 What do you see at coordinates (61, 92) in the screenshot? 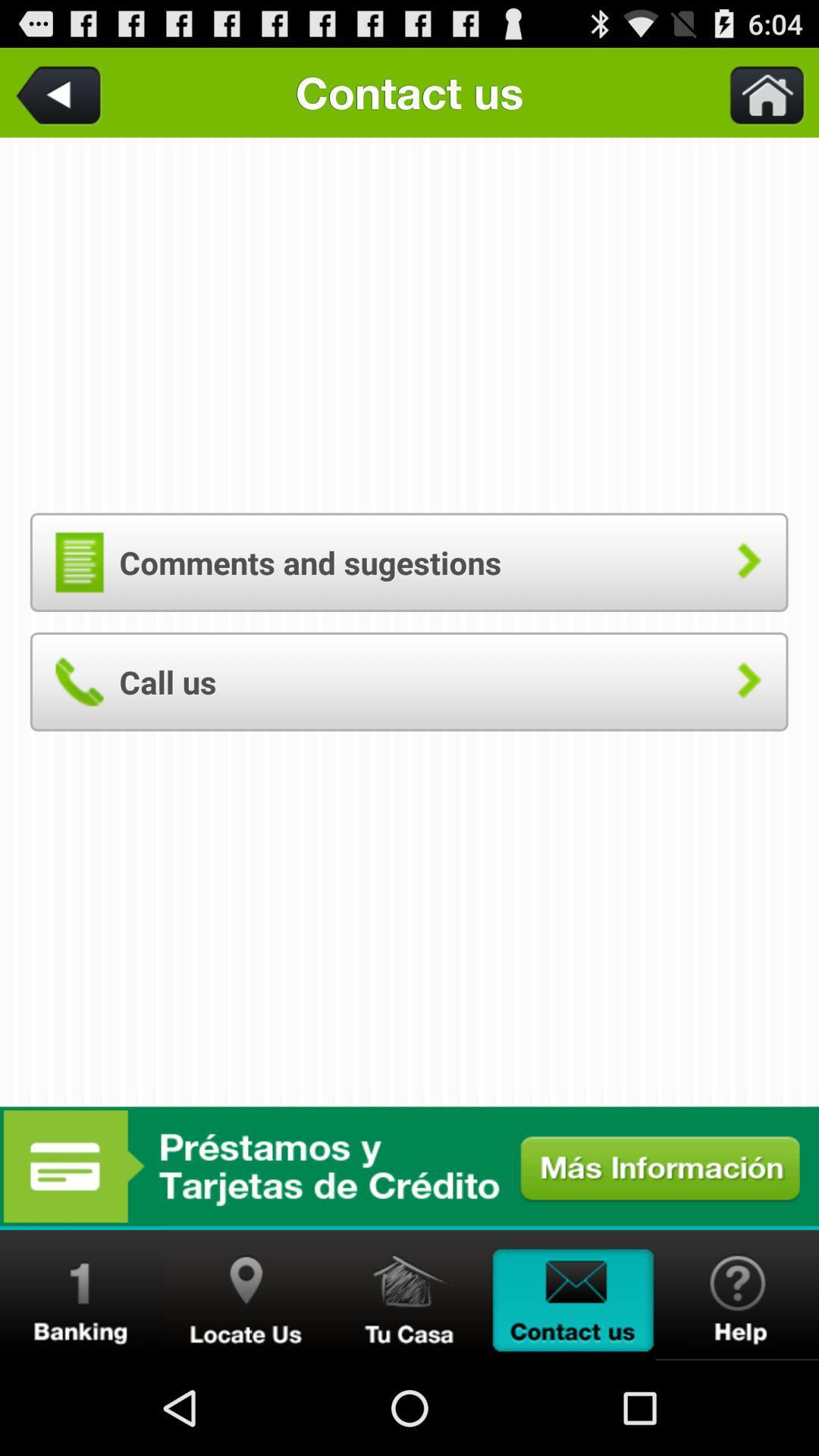
I see `go back` at bounding box center [61, 92].